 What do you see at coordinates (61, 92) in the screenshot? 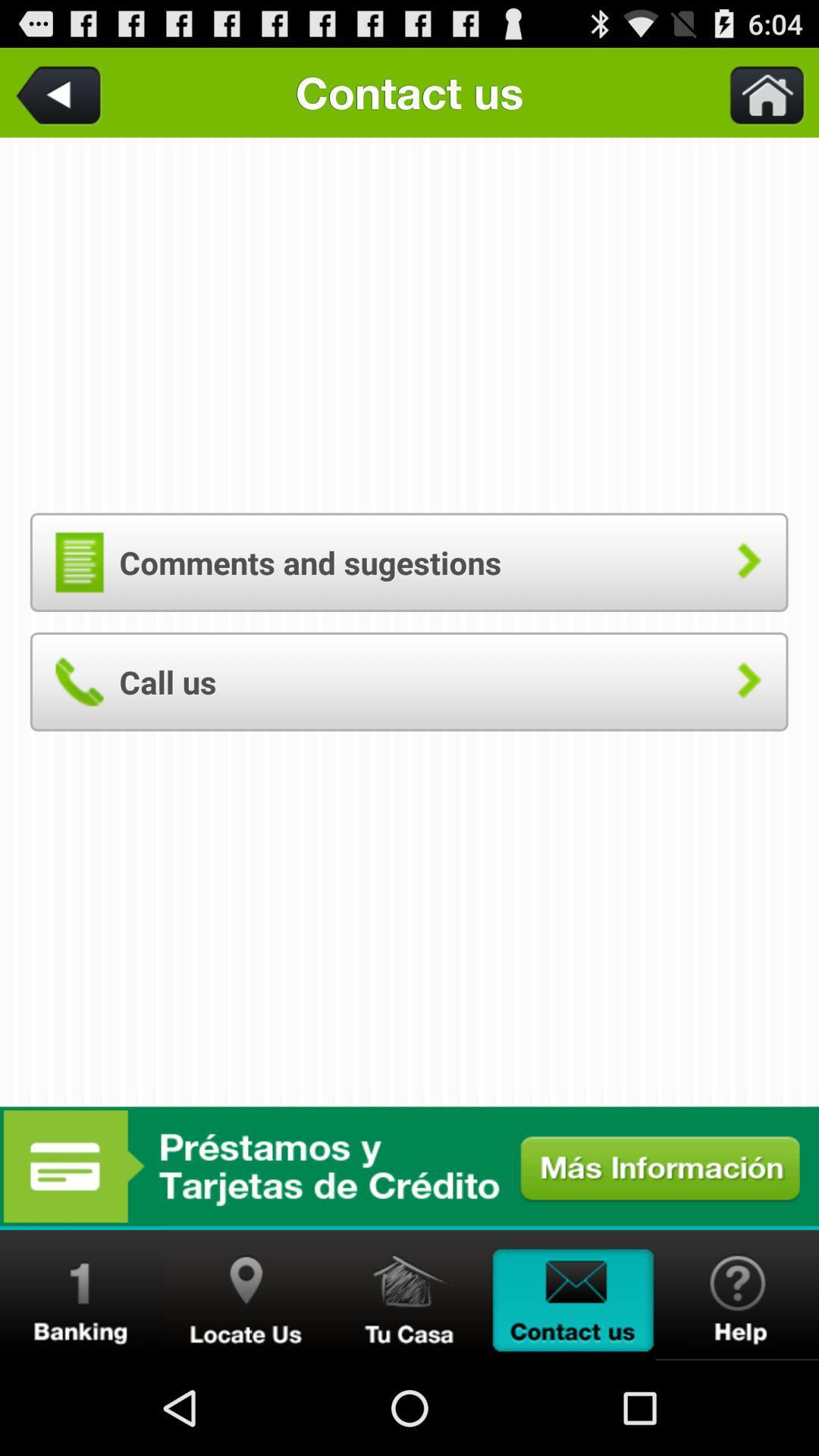
I see `go back` at bounding box center [61, 92].